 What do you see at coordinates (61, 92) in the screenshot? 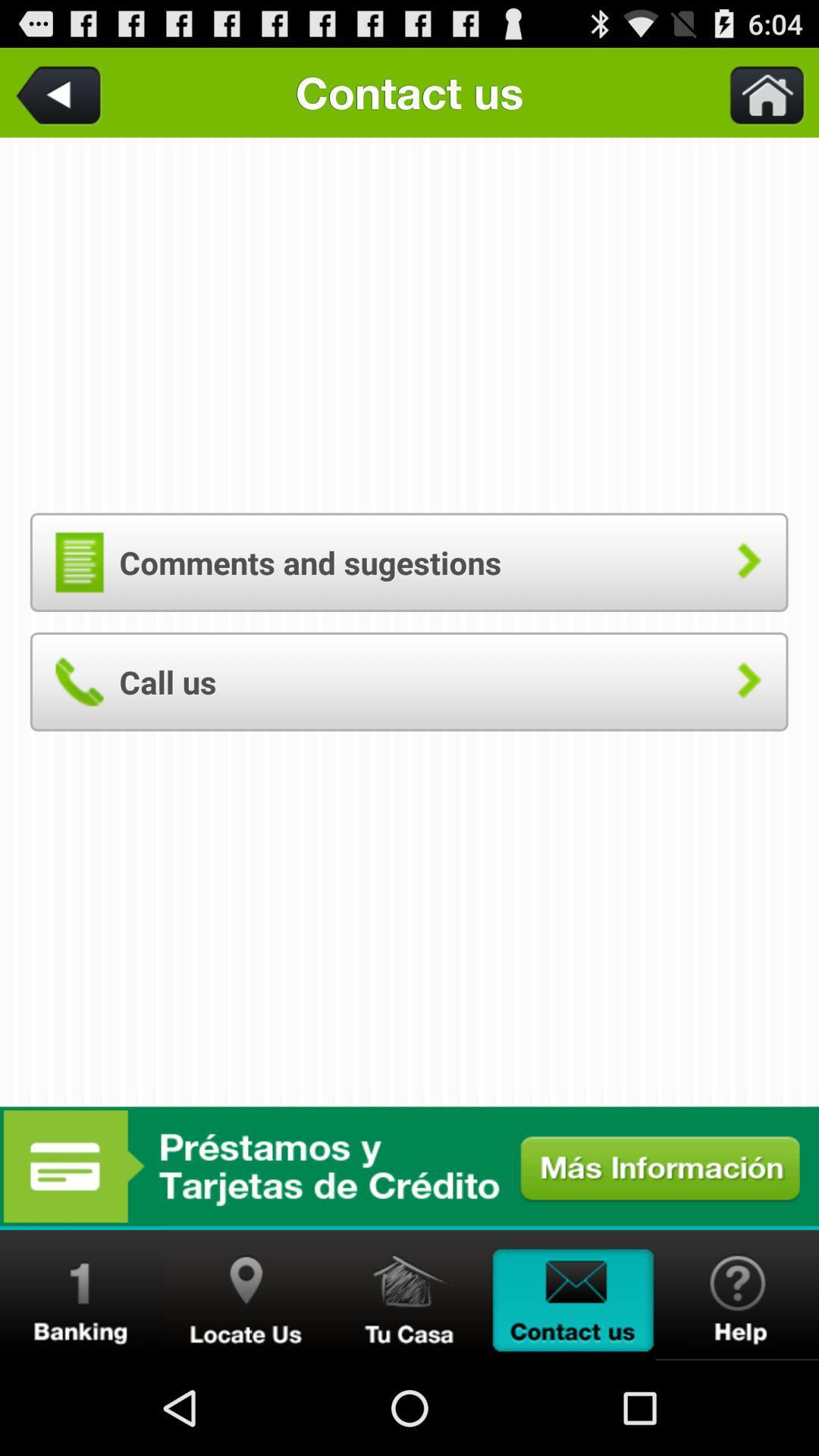
I see `go back` at bounding box center [61, 92].